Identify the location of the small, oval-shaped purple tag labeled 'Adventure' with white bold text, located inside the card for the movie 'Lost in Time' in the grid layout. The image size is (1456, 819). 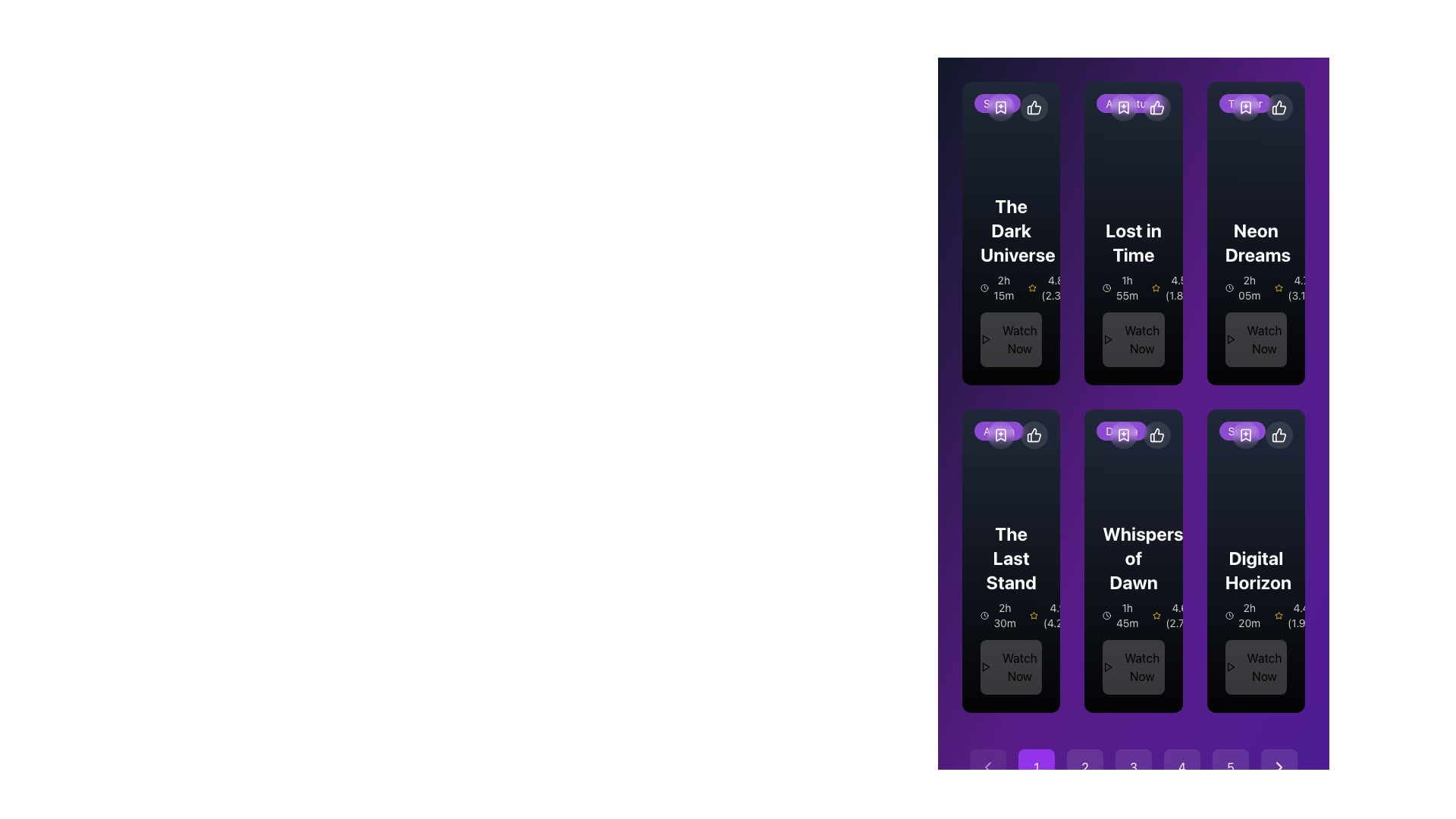
(1131, 102).